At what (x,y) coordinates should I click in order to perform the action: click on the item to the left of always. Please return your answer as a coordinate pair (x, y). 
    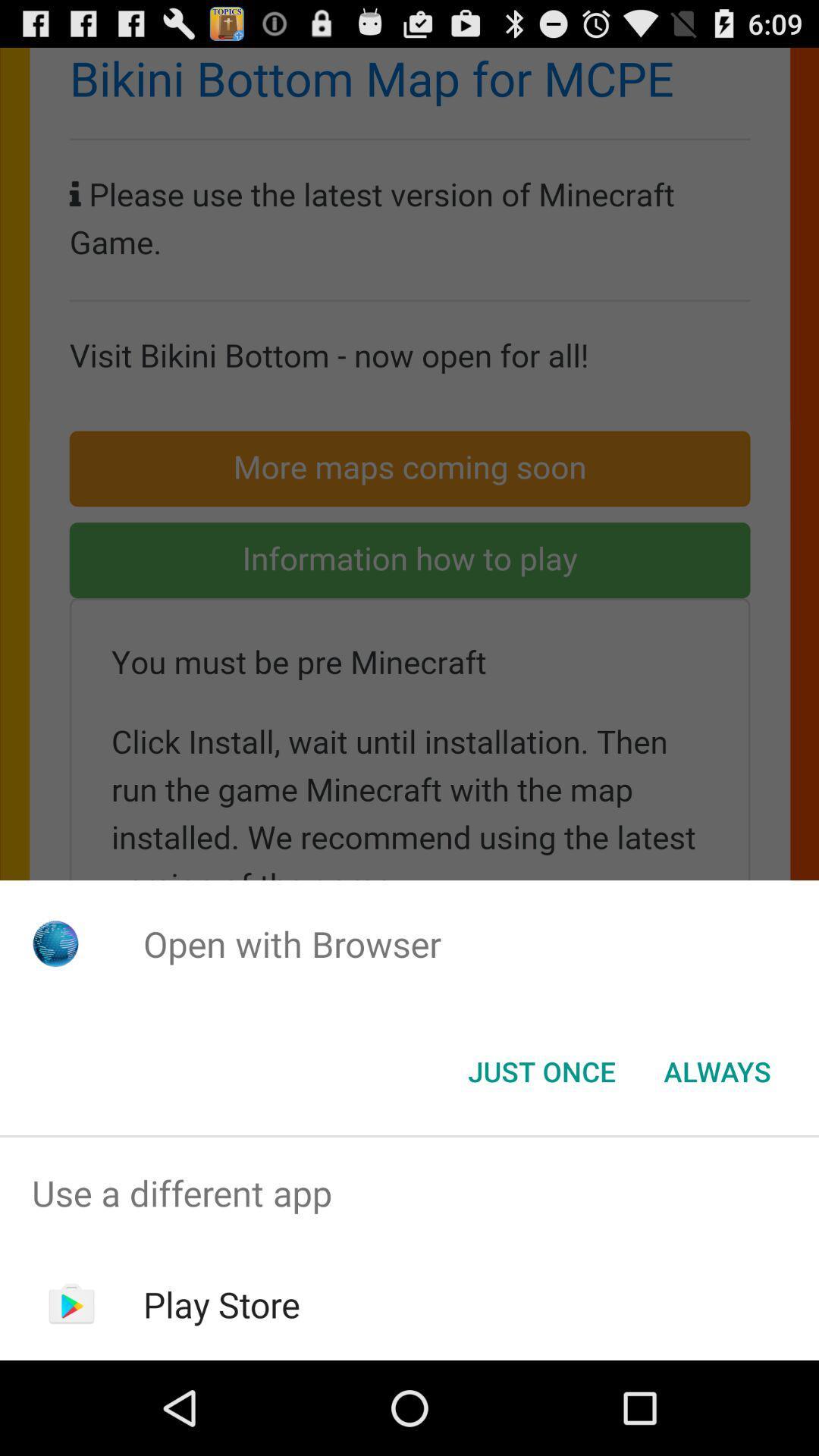
    Looking at the image, I should click on (541, 1070).